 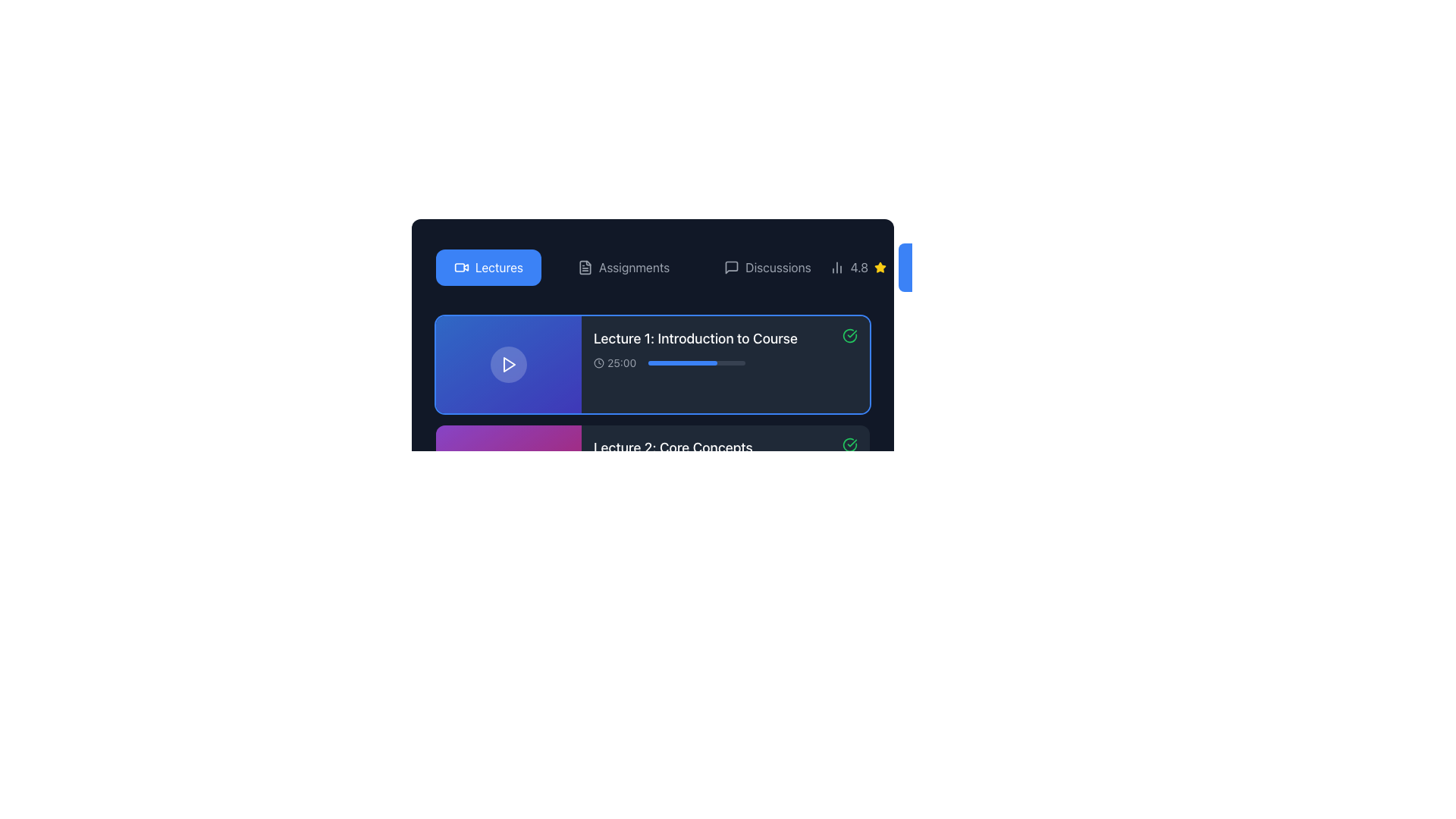 What do you see at coordinates (509, 365) in the screenshot?
I see `the circular play button with a semi-transparent white background and a play icon, located within the 'Lecture 1: Introduction to Course' card` at bounding box center [509, 365].